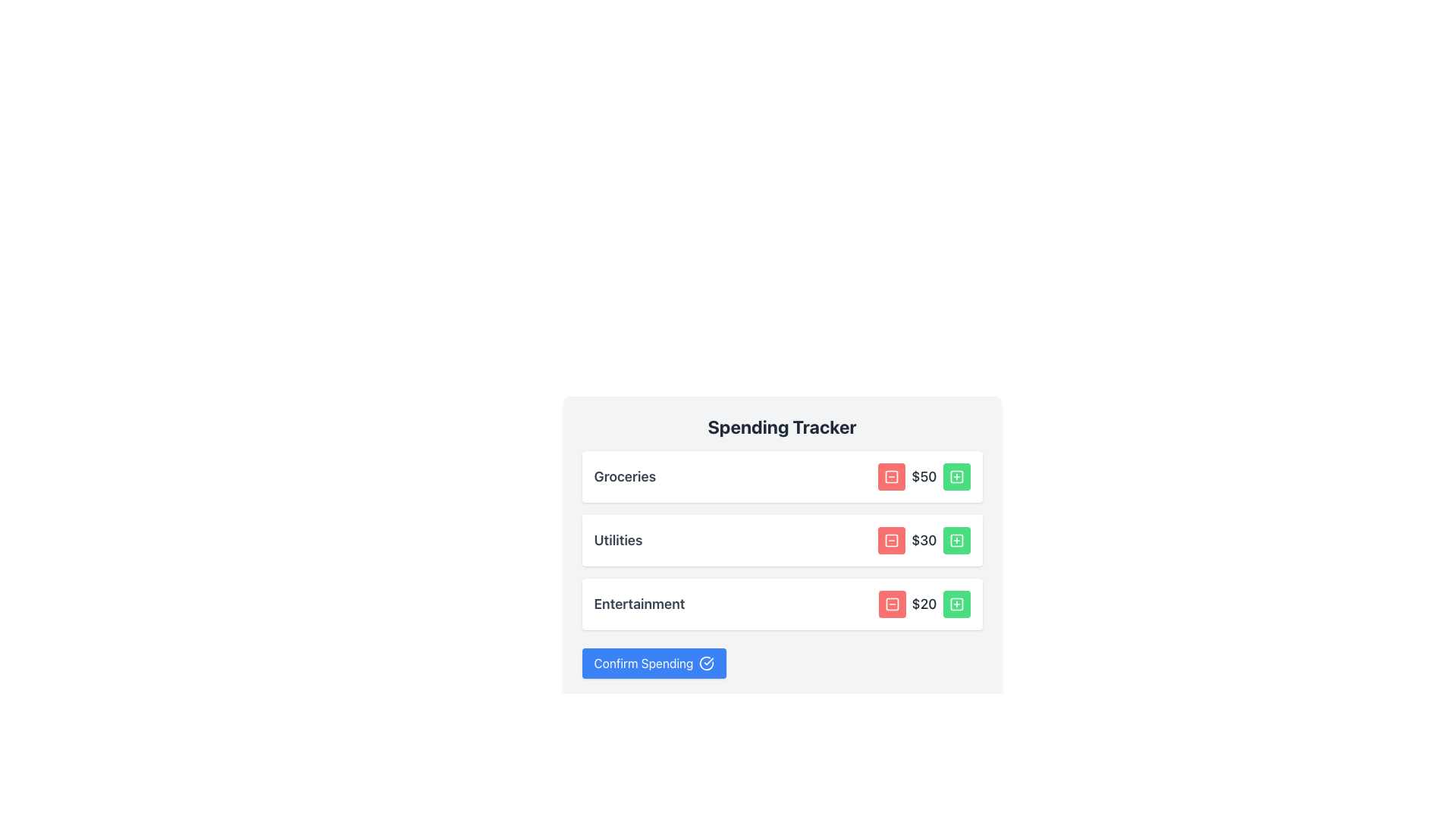 This screenshot has height=819, width=1456. What do you see at coordinates (892, 540) in the screenshot?
I see `the decrement button located to the left of the '$30' text within the 'Utilities' category` at bounding box center [892, 540].